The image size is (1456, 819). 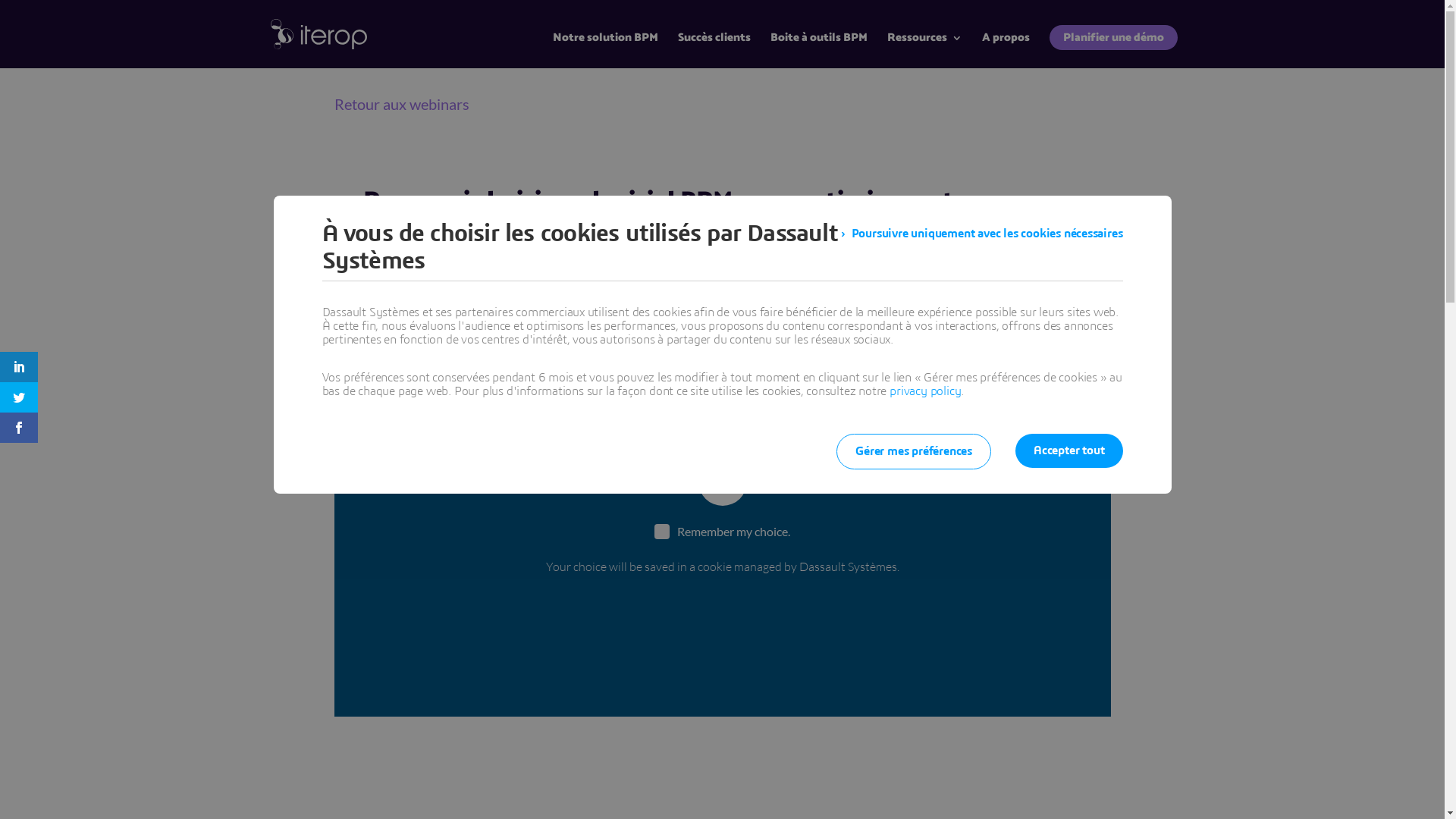 I want to click on 'Accepter tout', so click(x=1068, y=450).